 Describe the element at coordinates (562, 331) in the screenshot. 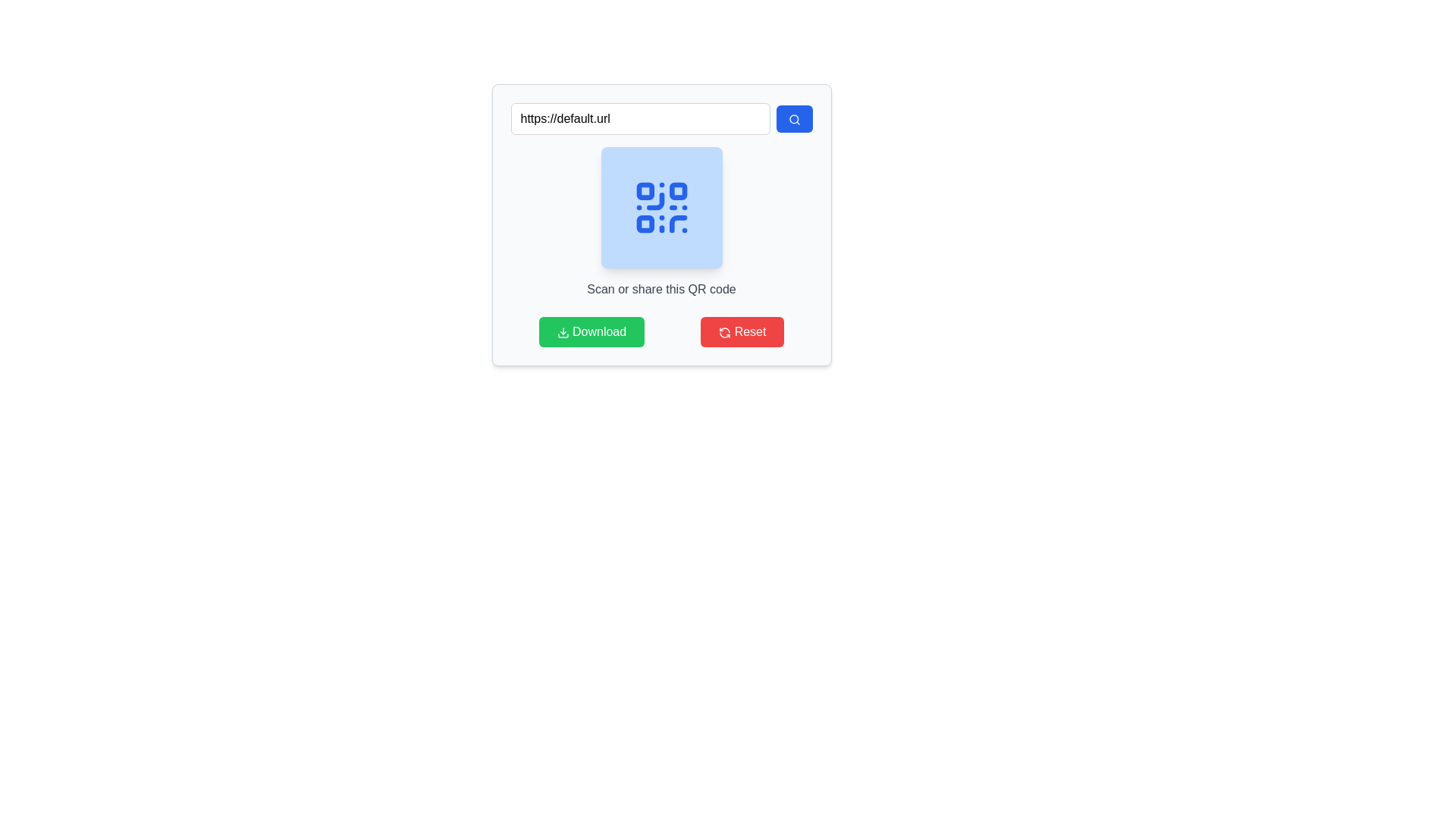

I see `the download icon located inside the green 'Download' button, which is positioned in the bottom left portion of the section below the QR code` at that location.